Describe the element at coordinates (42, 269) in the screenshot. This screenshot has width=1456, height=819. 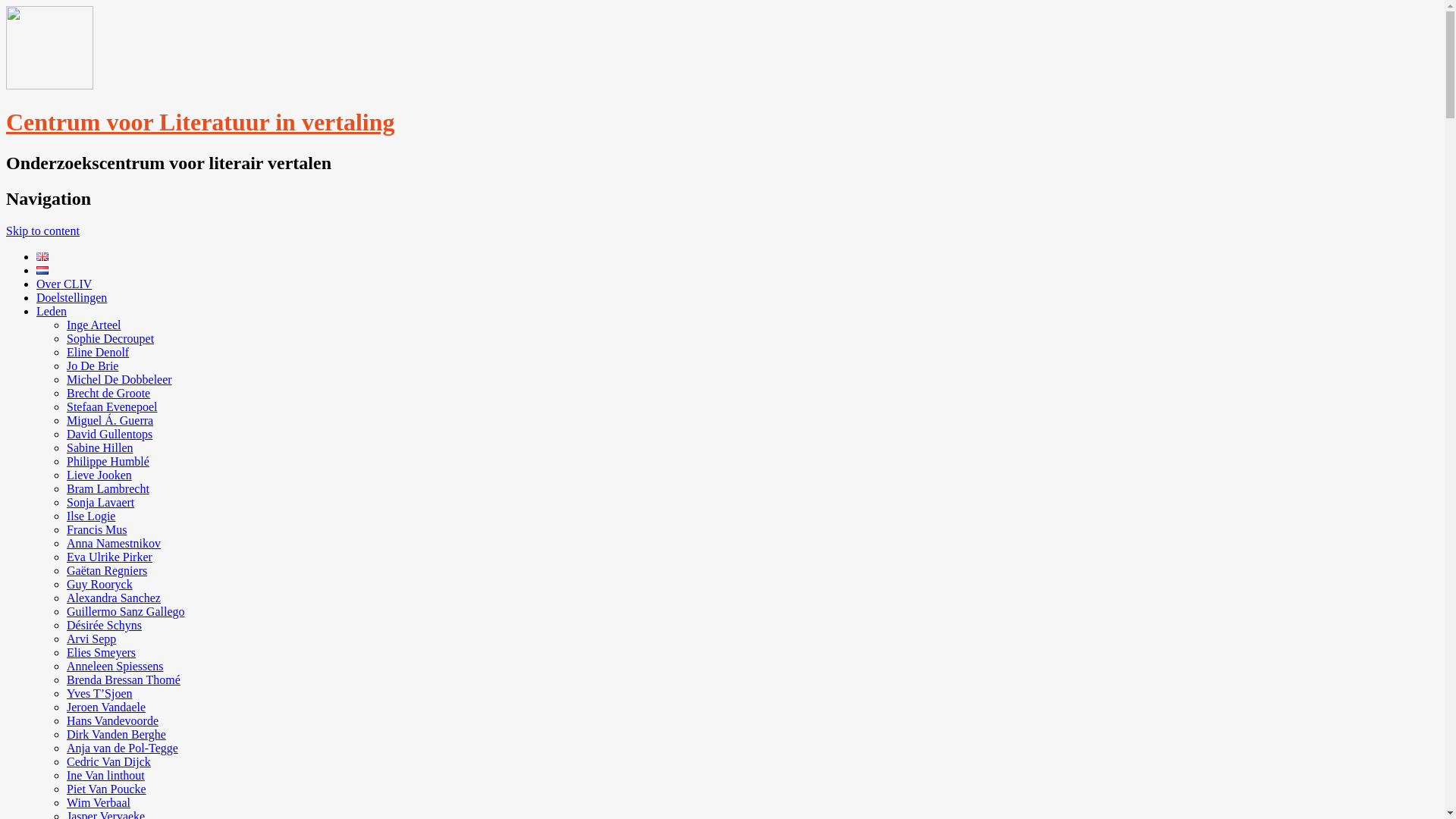
I see `'Nederlands'` at that location.